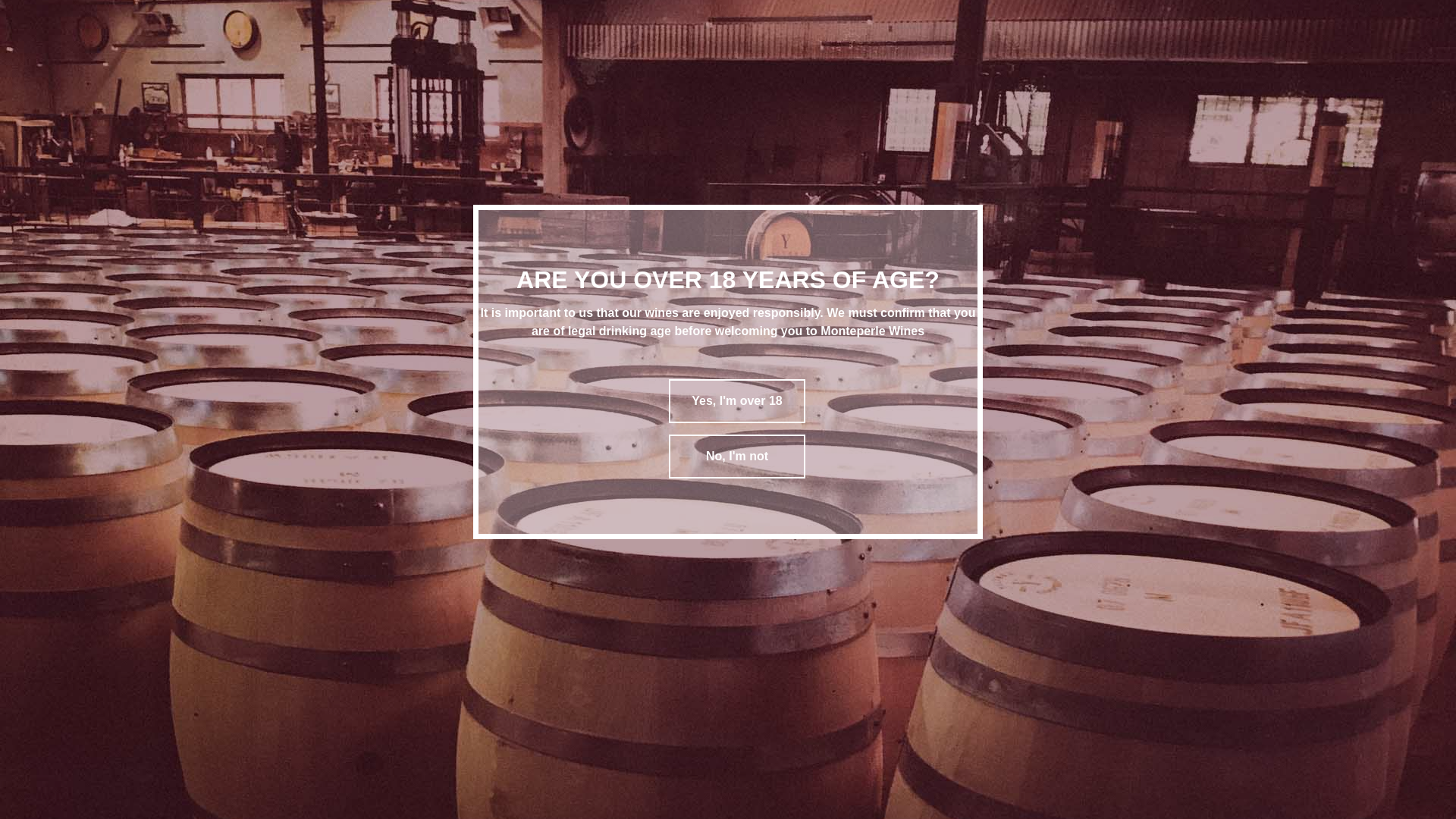  What do you see at coordinates (736, 455) in the screenshot?
I see `'No, I'm not'` at bounding box center [736, 455].